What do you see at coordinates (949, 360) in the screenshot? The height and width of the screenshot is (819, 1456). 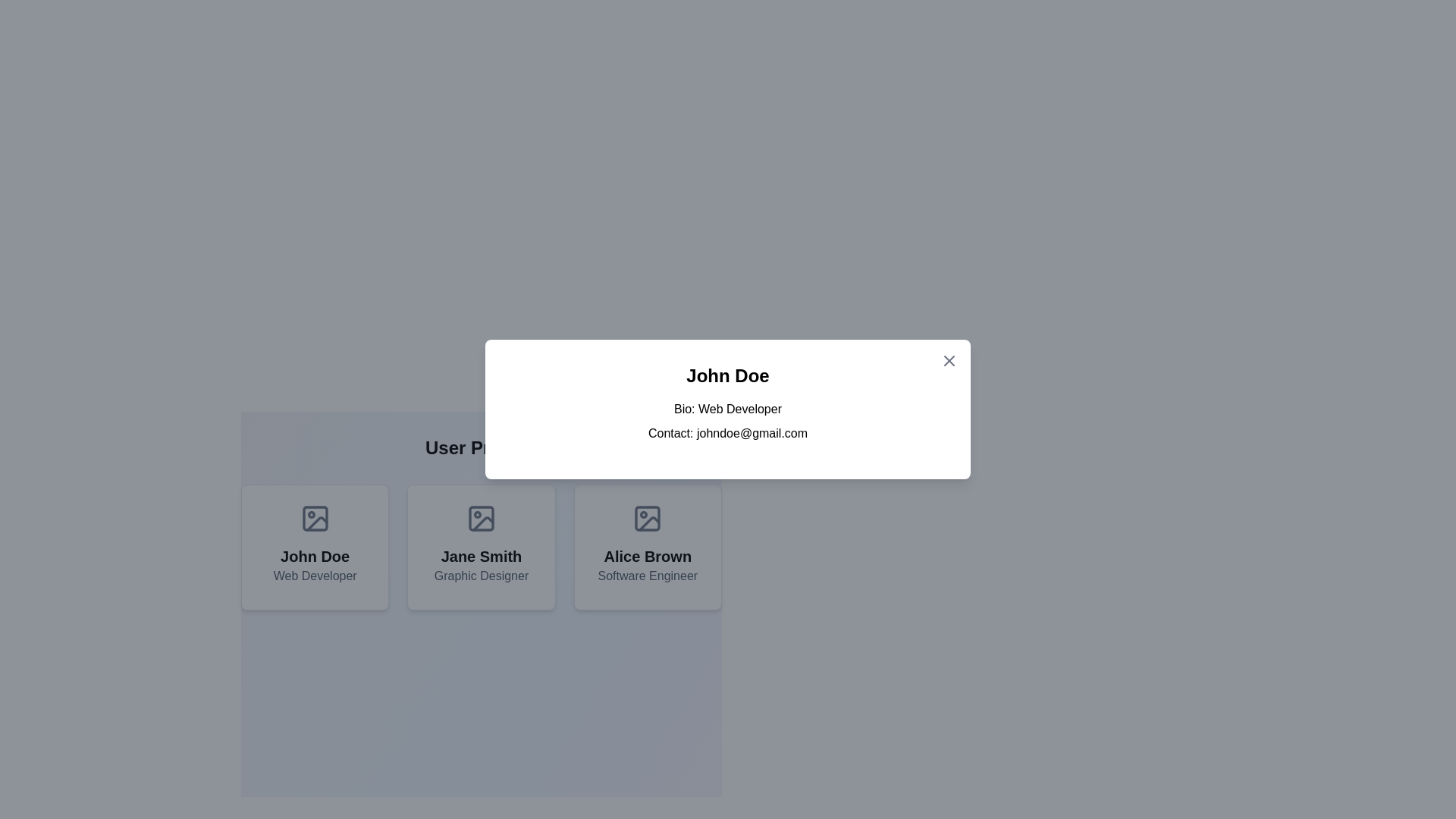 I see `the close button located in the top-right corner of the user profile card for 'John Doe' to change the color of the icon` at bounding box center [949, 360].